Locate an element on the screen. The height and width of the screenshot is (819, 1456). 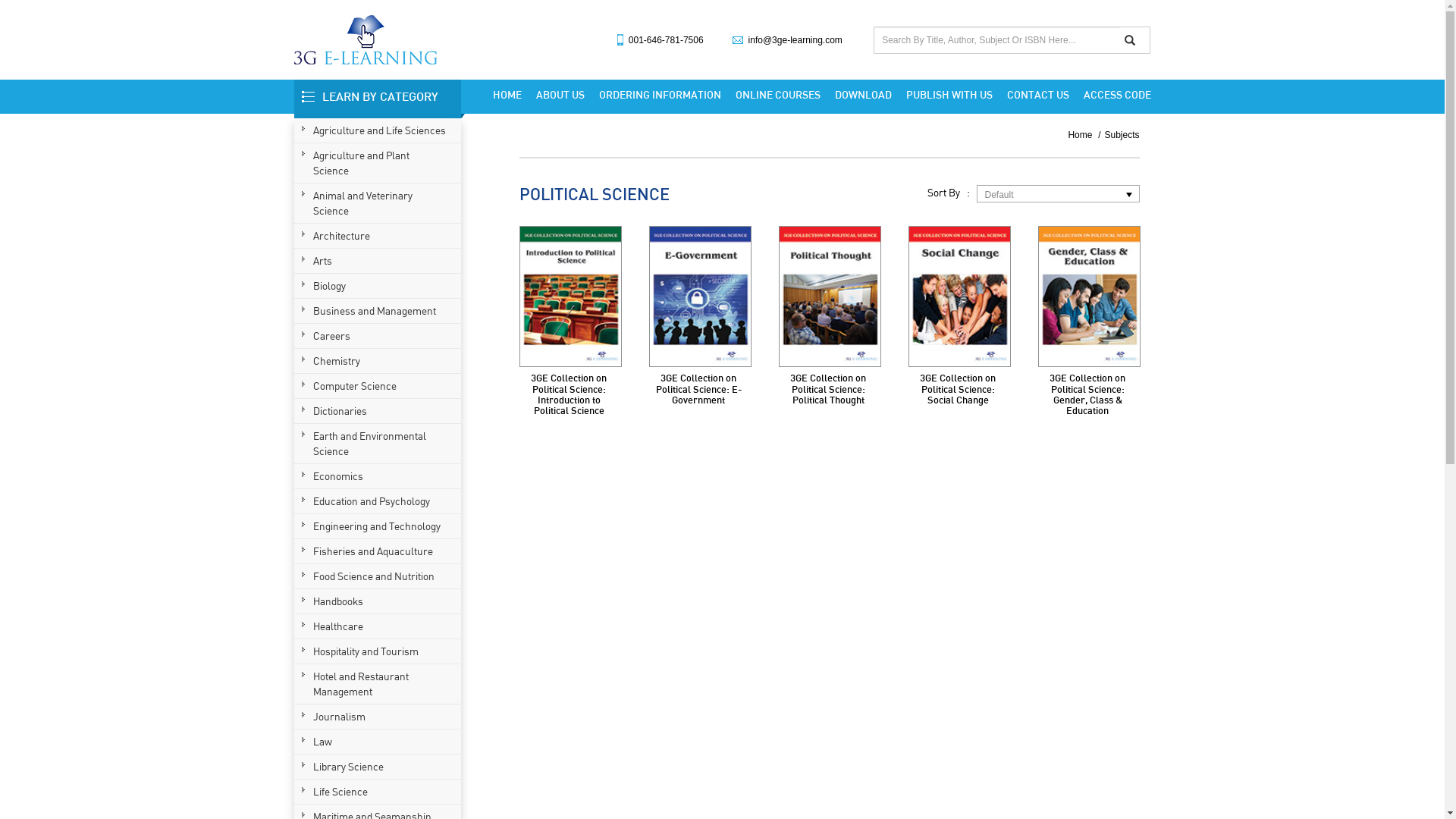
'ABOUT US' is located at coordinates (529, 94).